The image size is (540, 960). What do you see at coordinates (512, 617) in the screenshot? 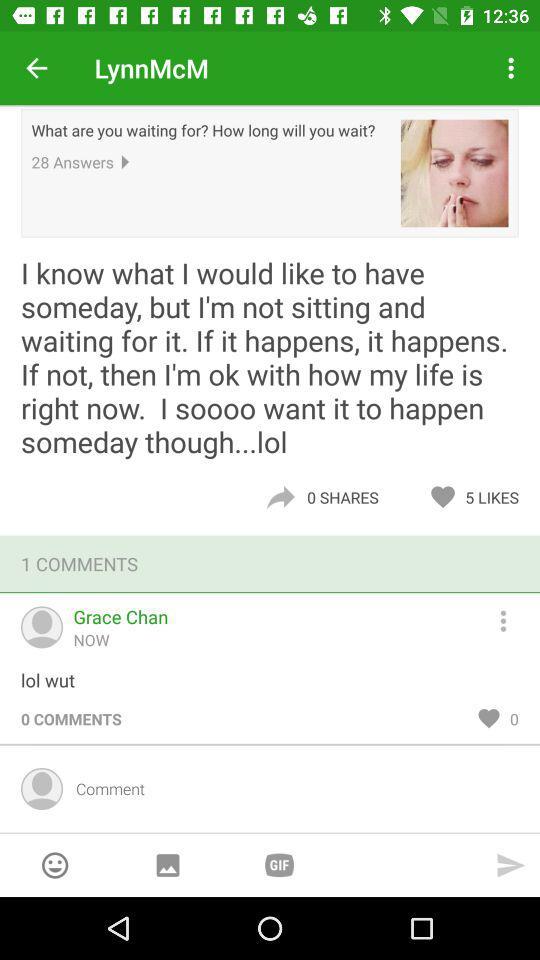
I see `the icon to the right of grace chan icon` at bounding box center [512, 617].